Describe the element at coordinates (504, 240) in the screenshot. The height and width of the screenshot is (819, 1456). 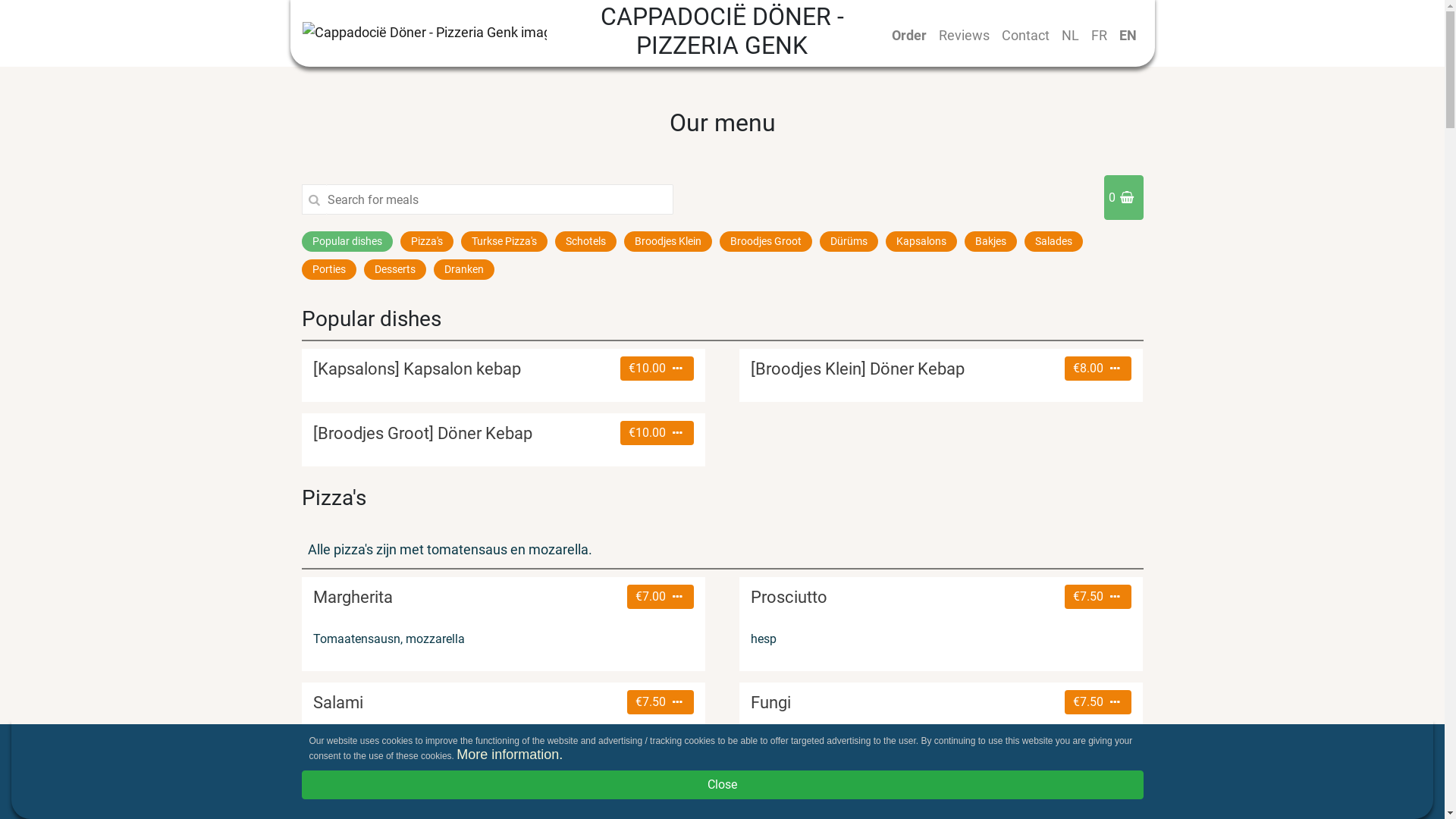
I see `'Turkse Pizza's'` at that location.